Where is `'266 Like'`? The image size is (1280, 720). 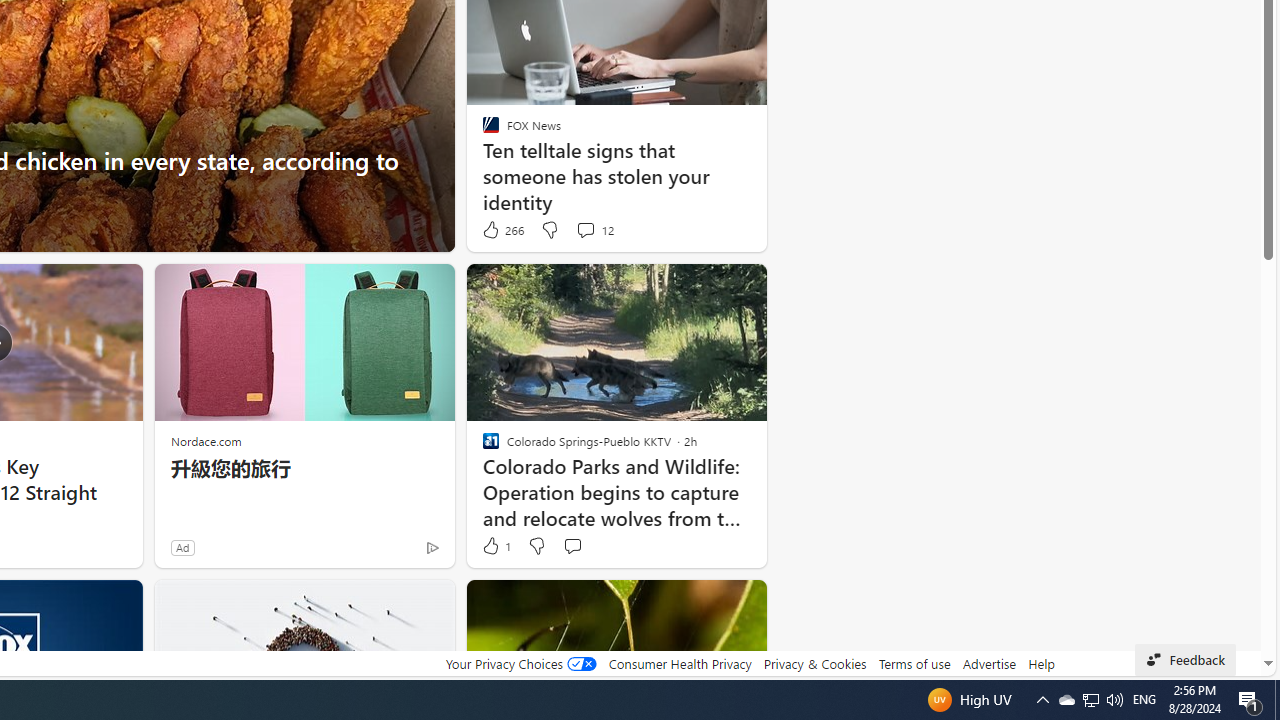
'266 Like' is located at coordinates (502, 229).